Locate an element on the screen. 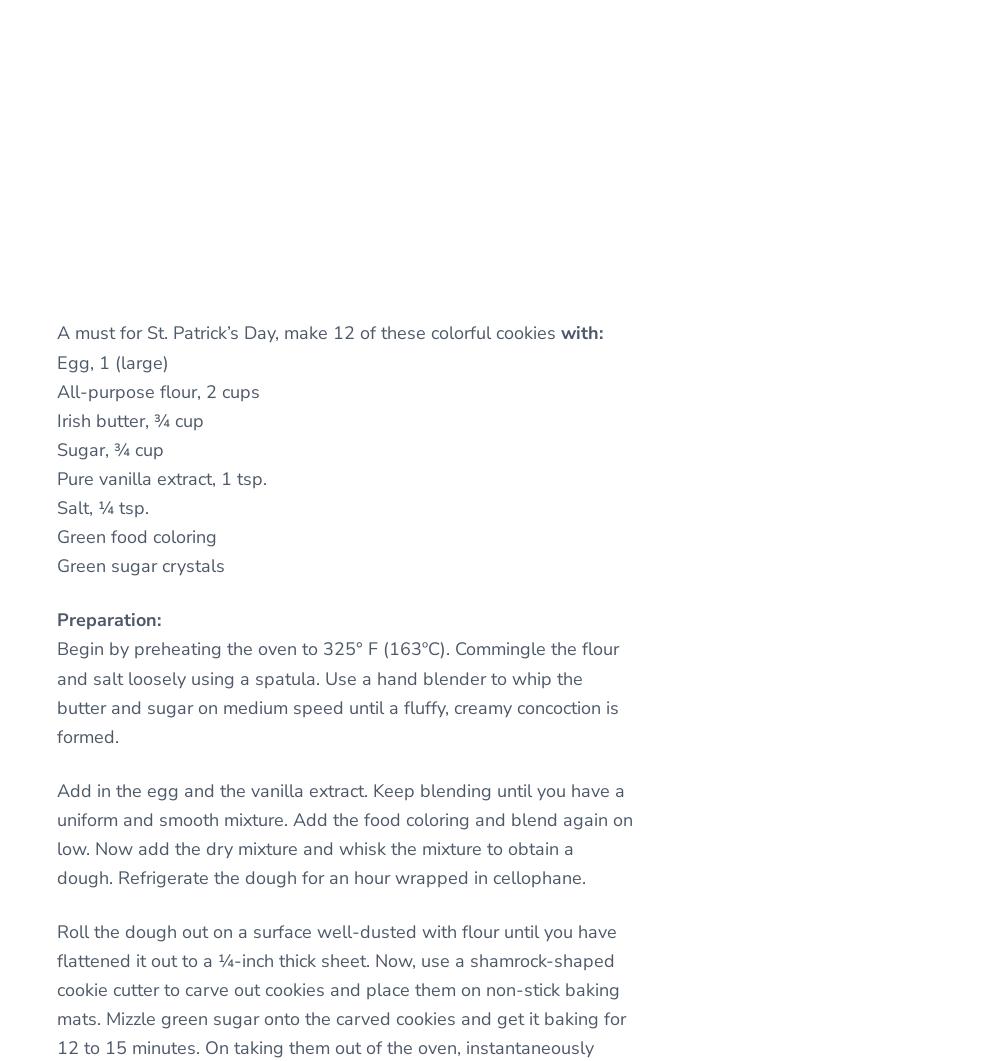 The width and height of the screenshot is (984, 1061). 'Preparation:' is located at coordinates (108, 619).